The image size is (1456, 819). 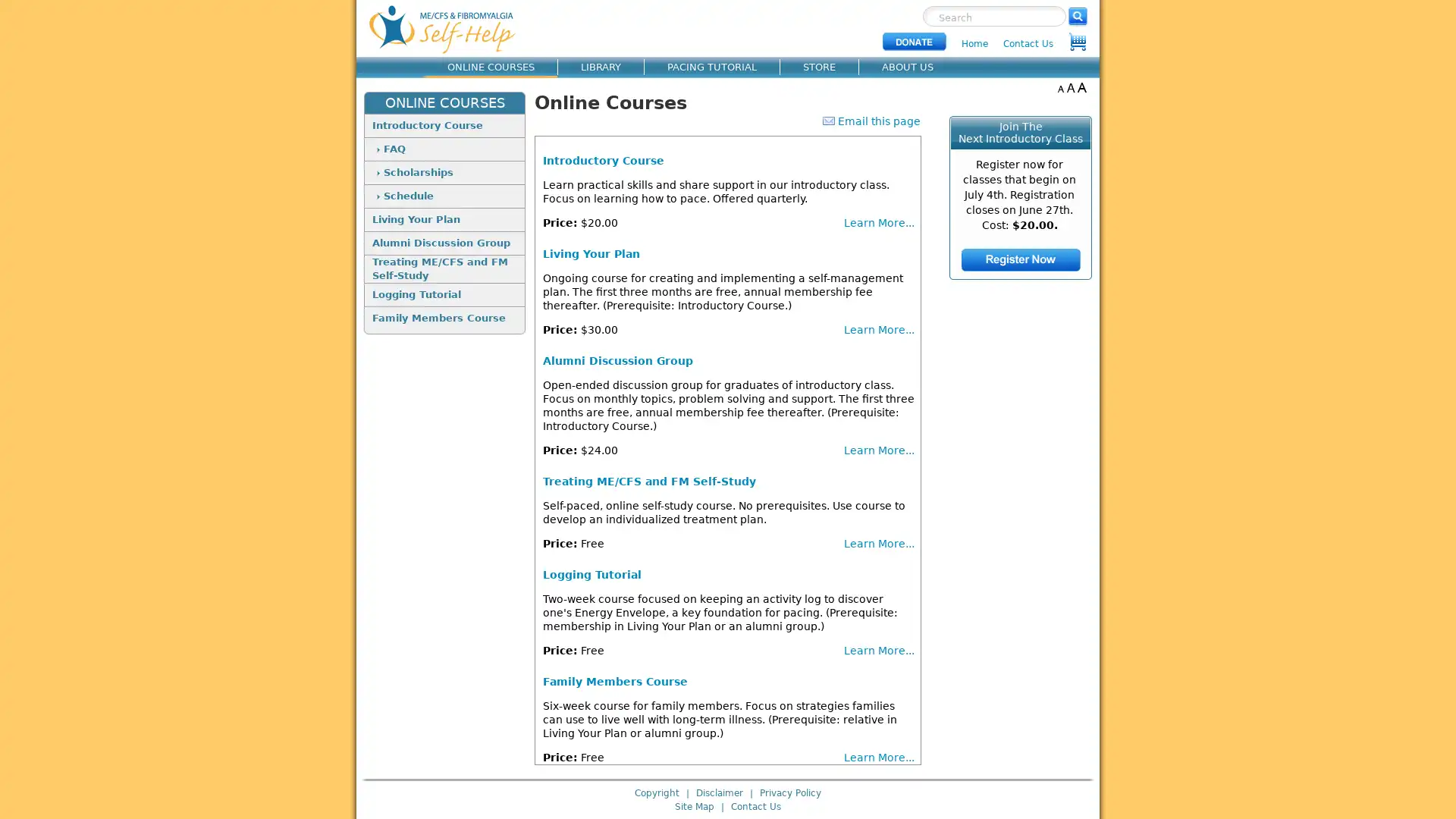 I want to click on A, so click(x=1070, y=87).